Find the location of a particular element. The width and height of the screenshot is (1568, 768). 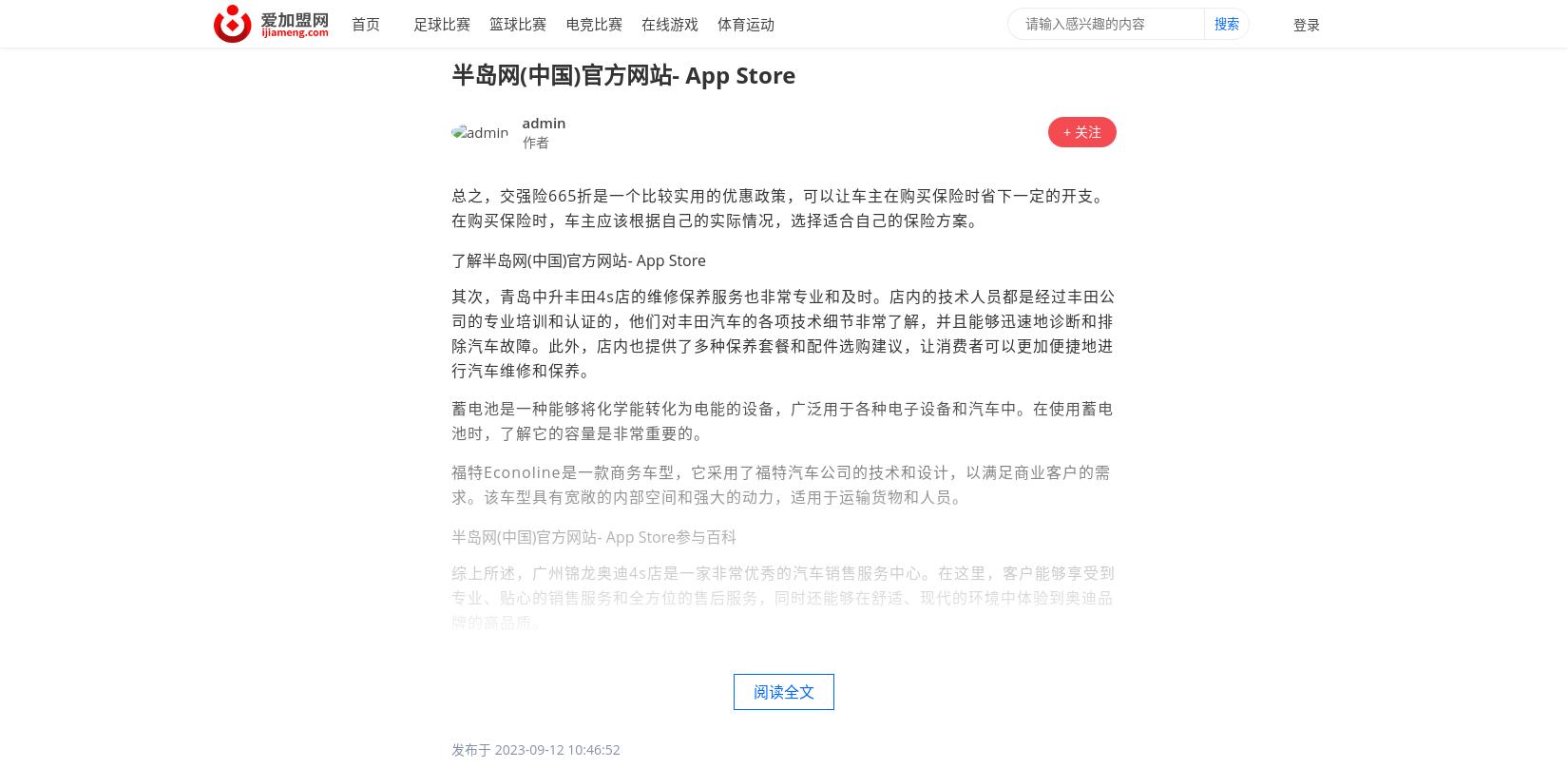

'+ 关注' is located at coordinates (1081, 130).